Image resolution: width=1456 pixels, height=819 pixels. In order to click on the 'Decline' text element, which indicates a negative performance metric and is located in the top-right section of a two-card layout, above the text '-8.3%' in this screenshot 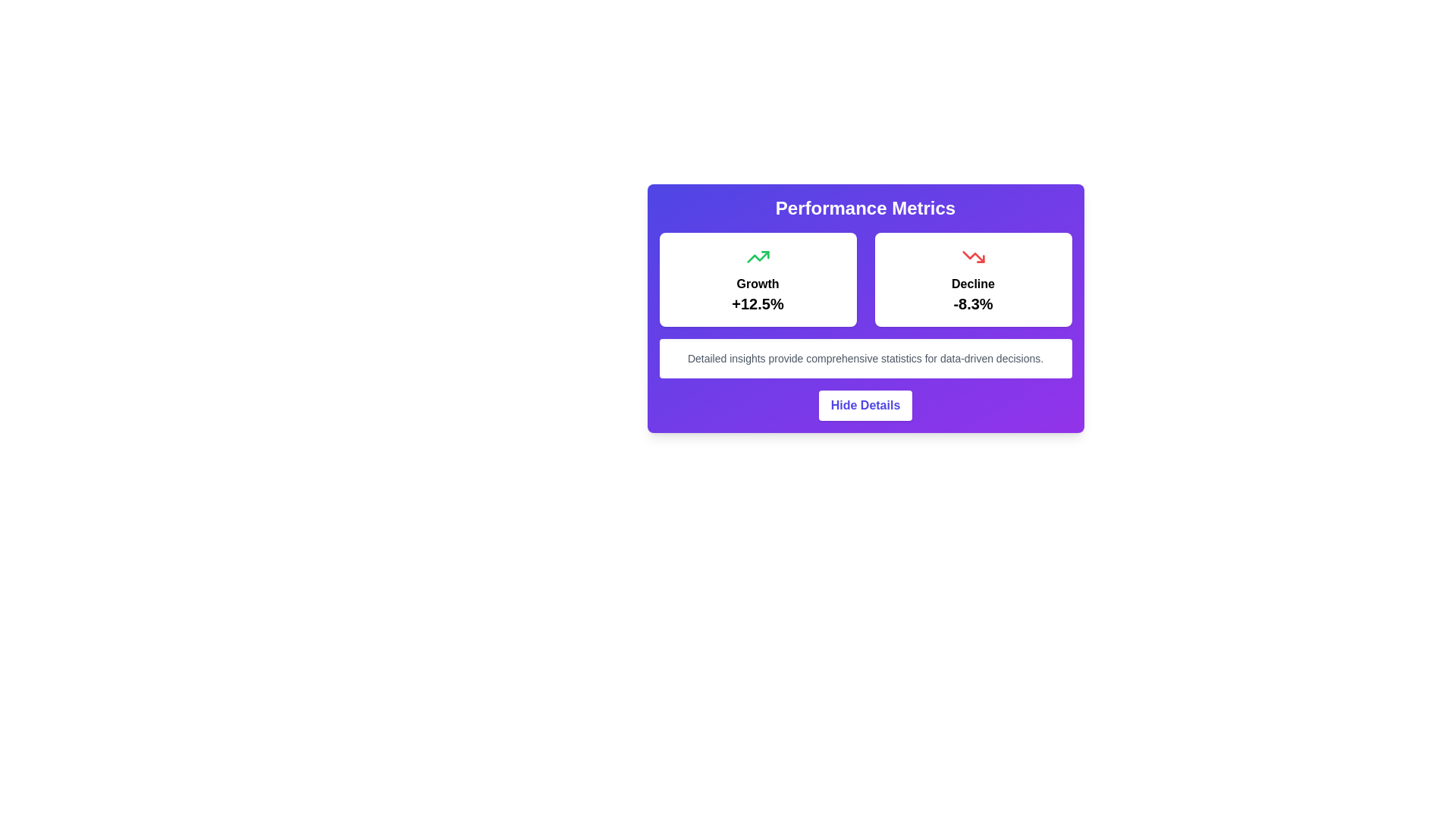, I will do `click(973, 284)`.